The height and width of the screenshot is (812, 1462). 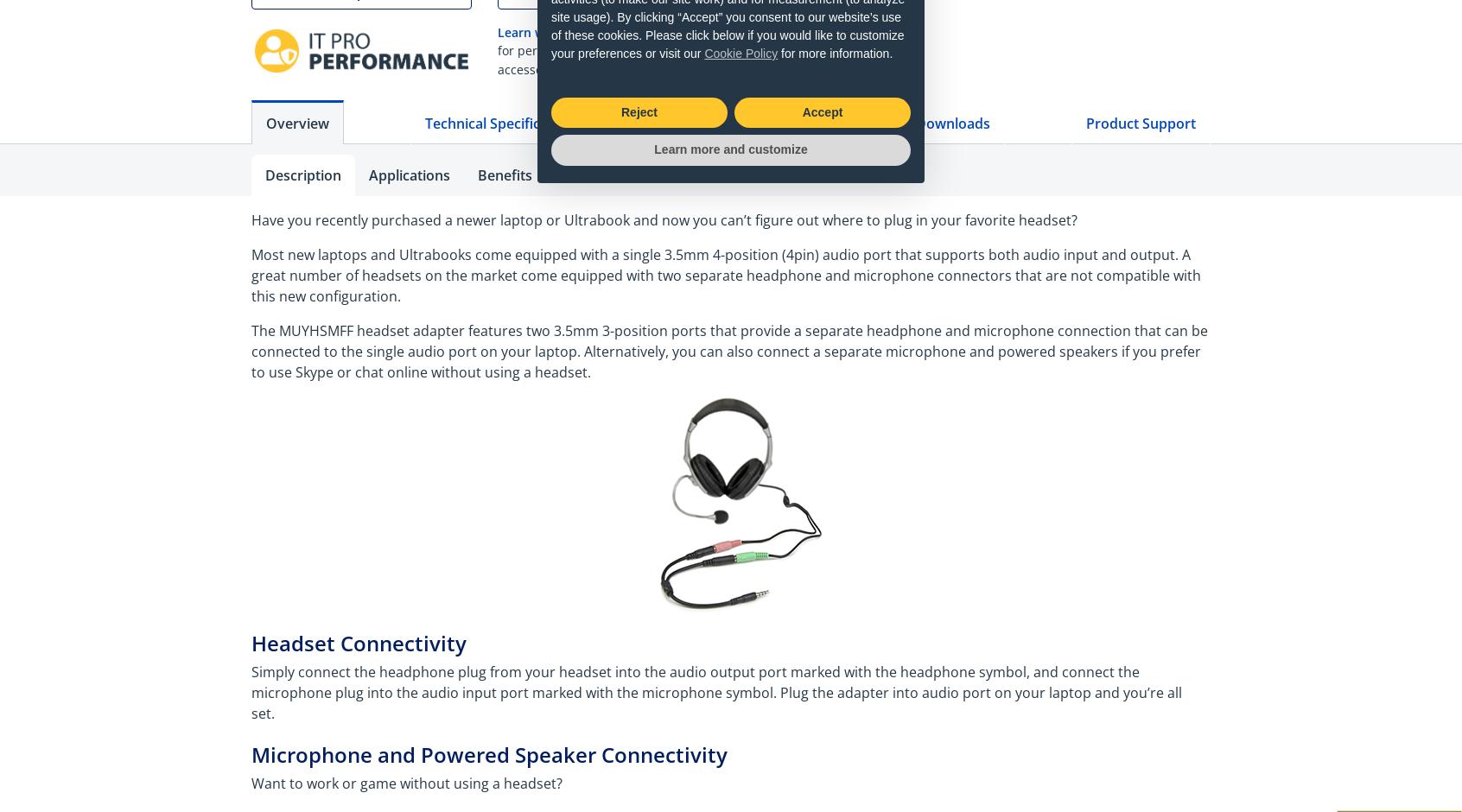 What do you see at coordinates (560, 174) in the screenshot?
I see `'Partner Numbers'` at bounding box center [560, 174].